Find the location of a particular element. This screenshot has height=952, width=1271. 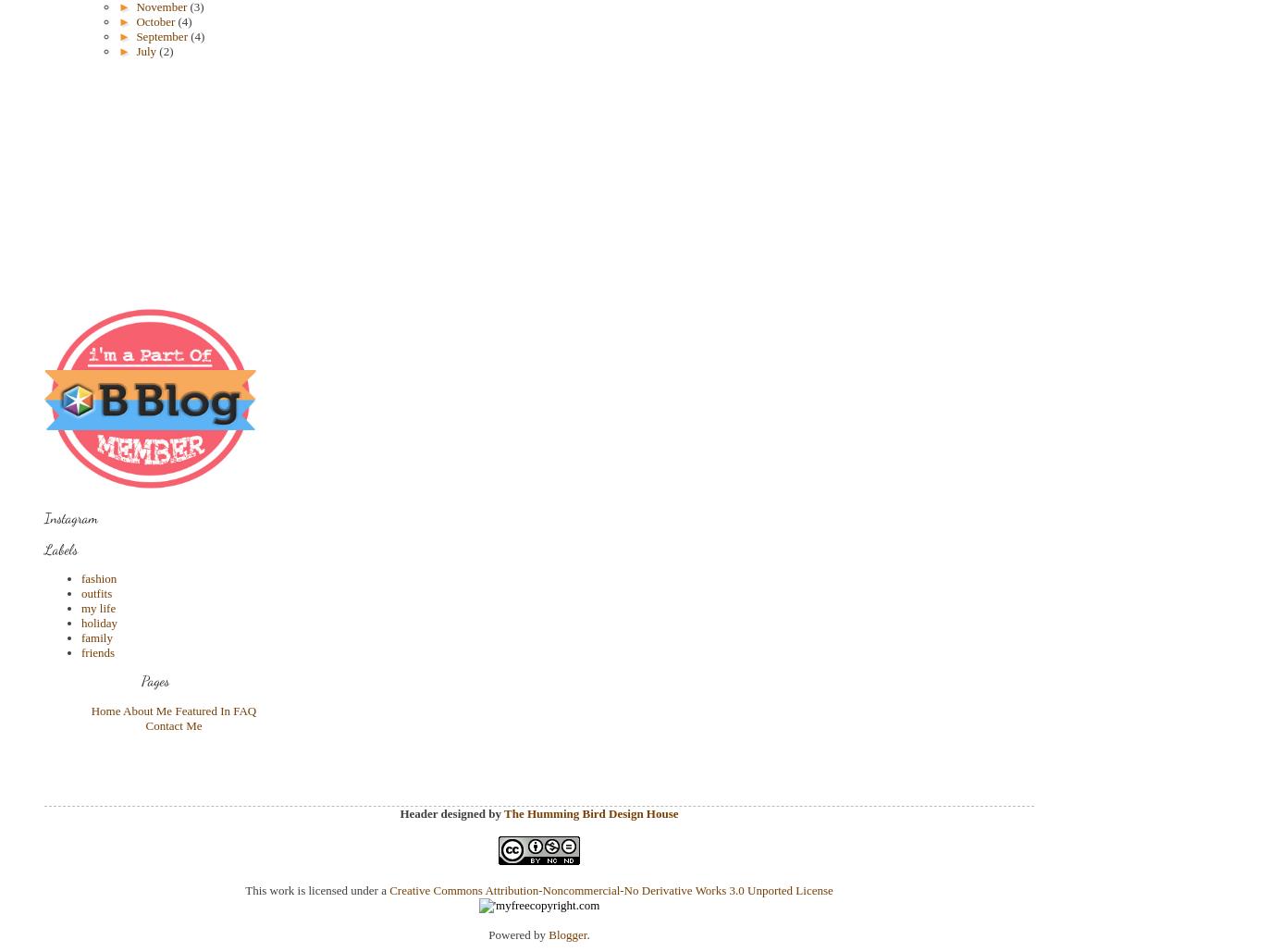

'This work is licensed under a' is located at coordinates (244, 888).